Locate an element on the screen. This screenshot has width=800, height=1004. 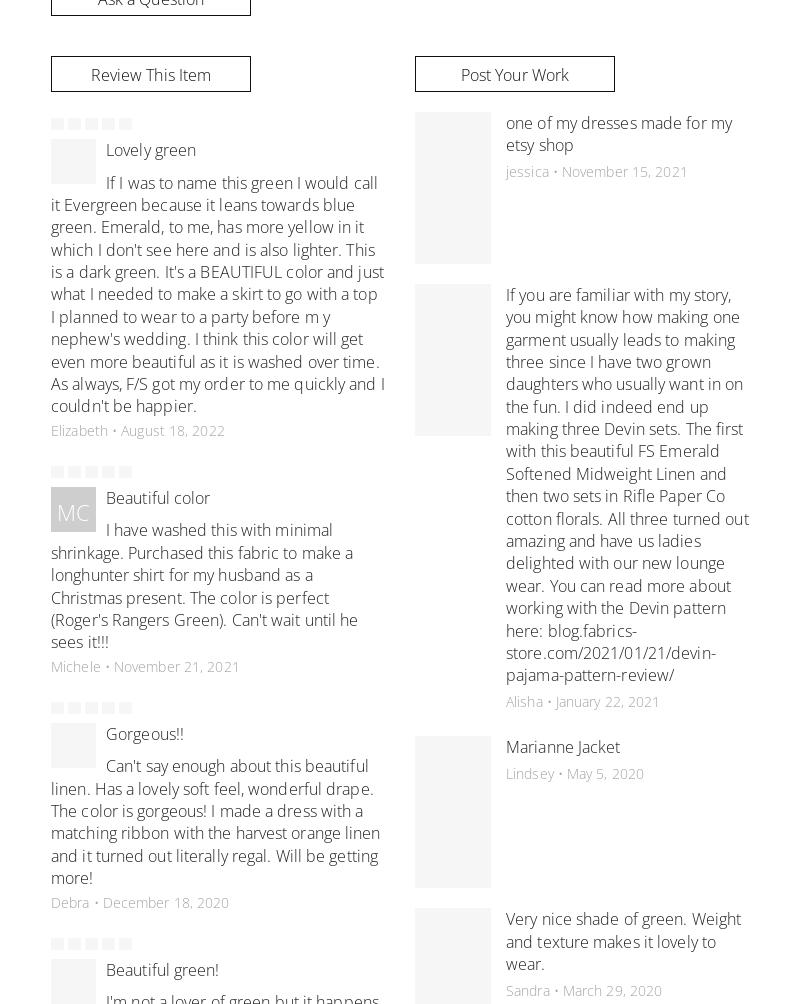
'Gorgeous!!' is located at coordinates (145, 732).